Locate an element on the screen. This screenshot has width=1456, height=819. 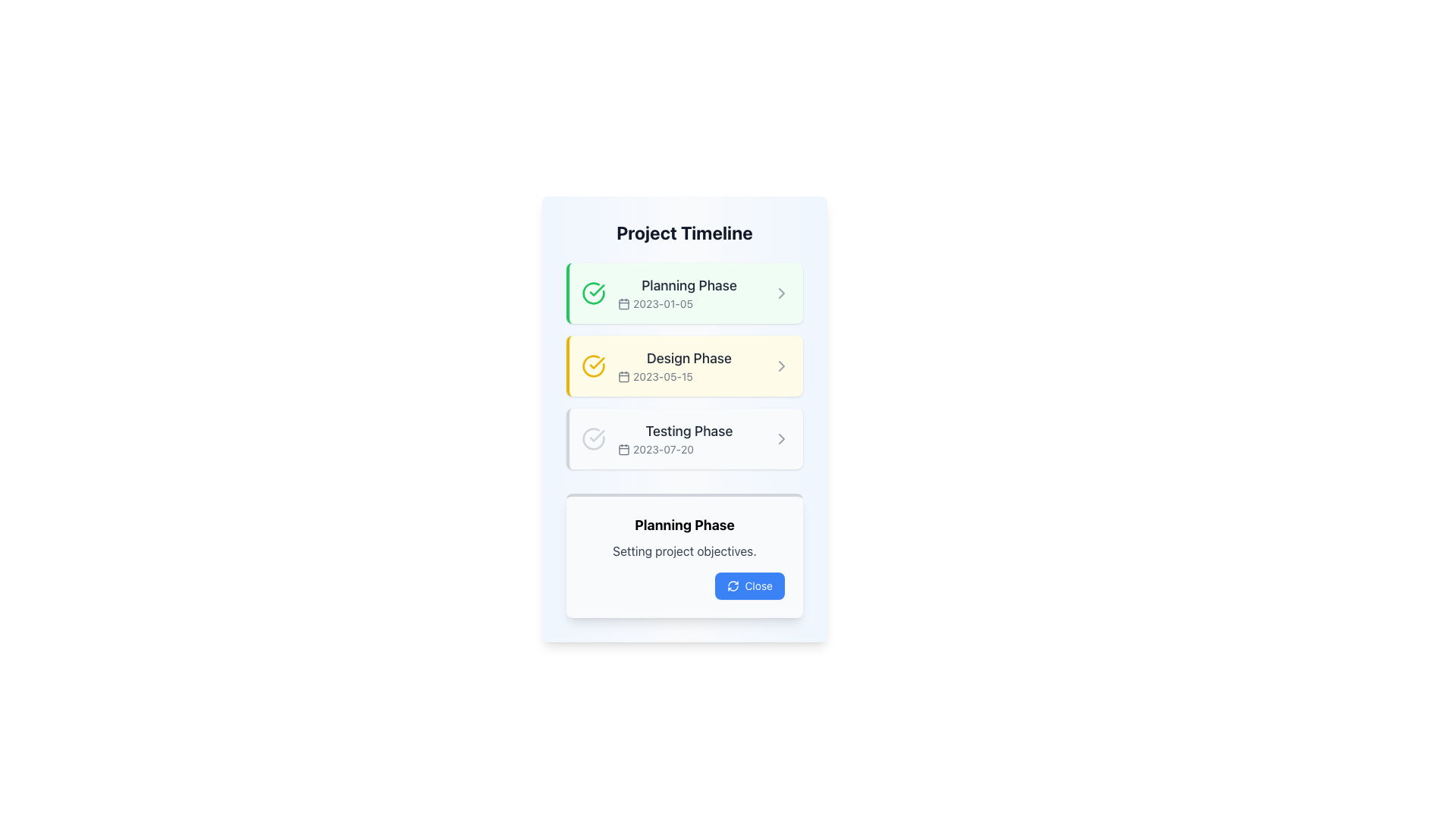
the associated date by clicking on the calendar icon located to the left of the text '2023-01-05' in the 'Planning Phase' row of the project timeline interface is located at coordinates (623, 304).